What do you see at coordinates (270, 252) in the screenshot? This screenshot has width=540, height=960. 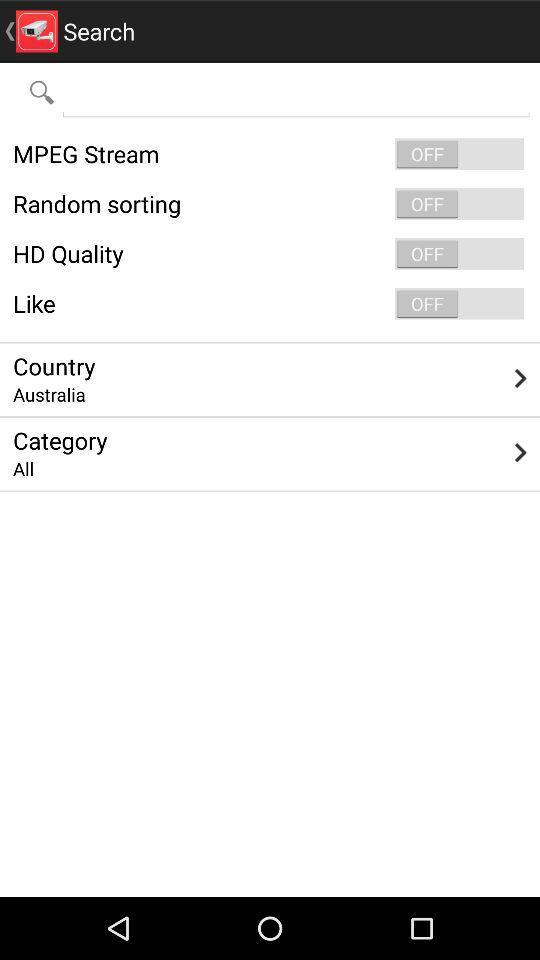 I see `icon above the like item` at bounding box center [270, 252].